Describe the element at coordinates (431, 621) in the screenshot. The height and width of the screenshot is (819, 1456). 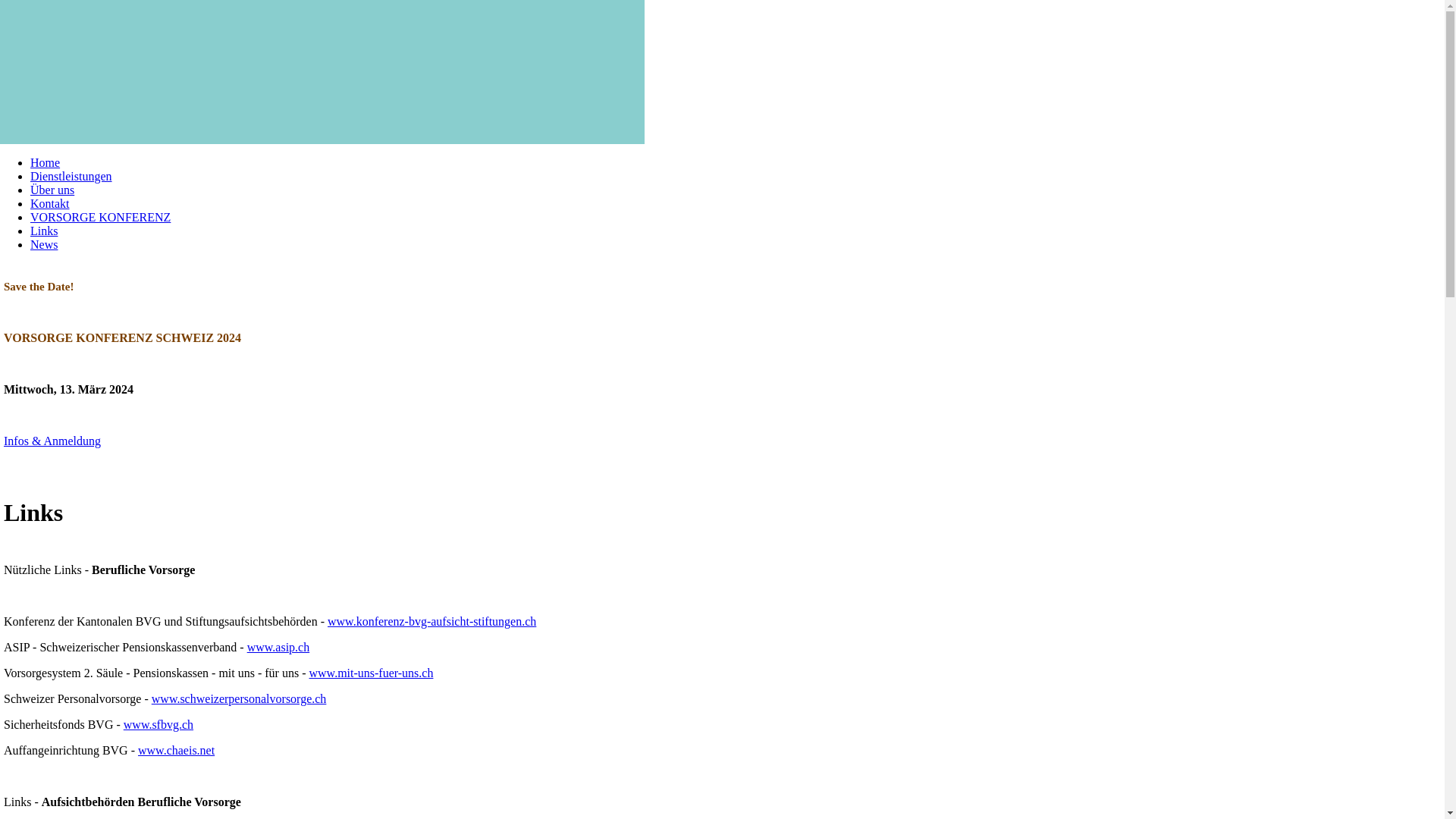
I see `'www.konferenz-bvg-aufsicht-stiftungen.ch'` at that location.